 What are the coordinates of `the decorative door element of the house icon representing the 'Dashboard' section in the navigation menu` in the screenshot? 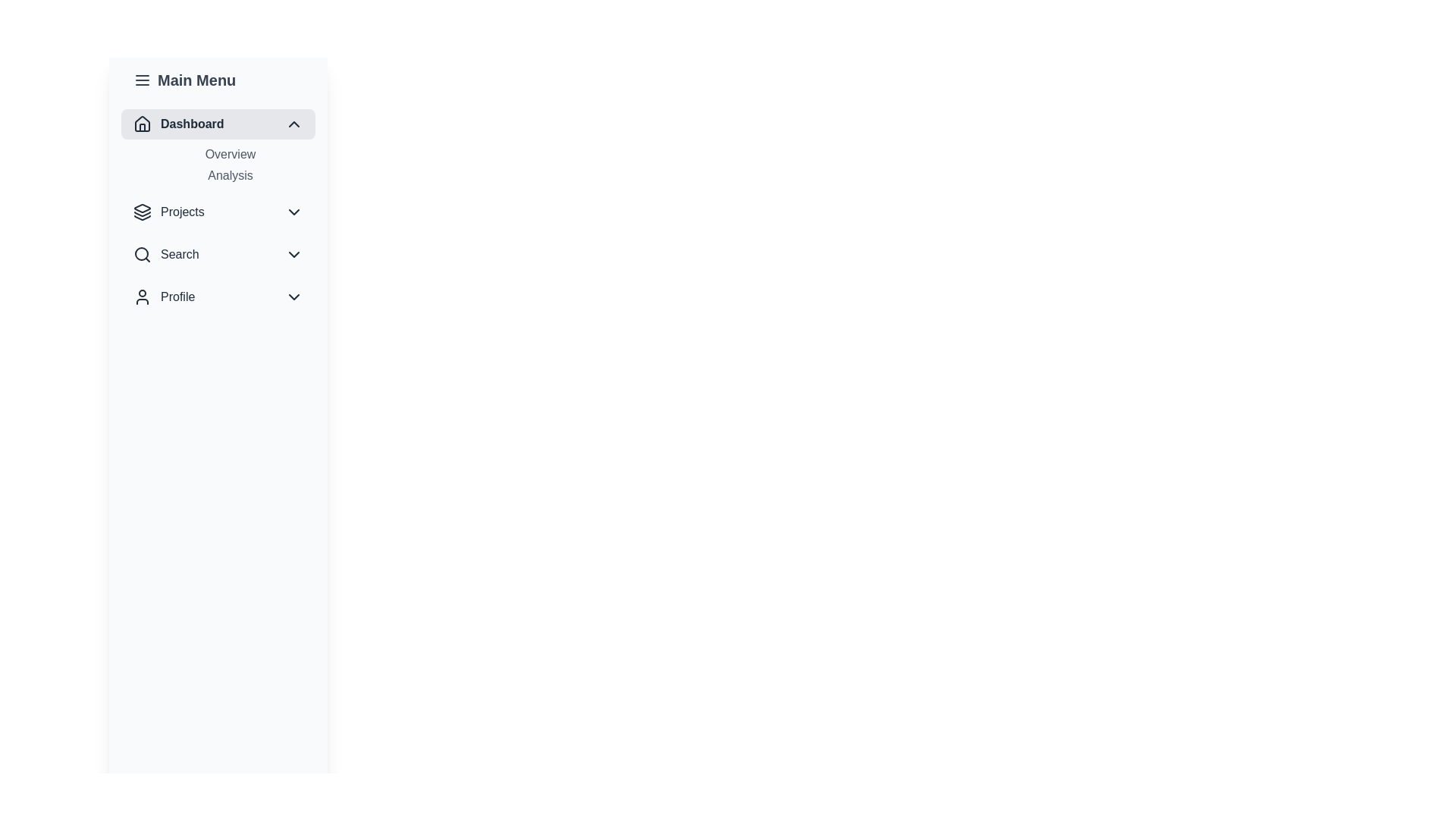 It's located at (142, 127).